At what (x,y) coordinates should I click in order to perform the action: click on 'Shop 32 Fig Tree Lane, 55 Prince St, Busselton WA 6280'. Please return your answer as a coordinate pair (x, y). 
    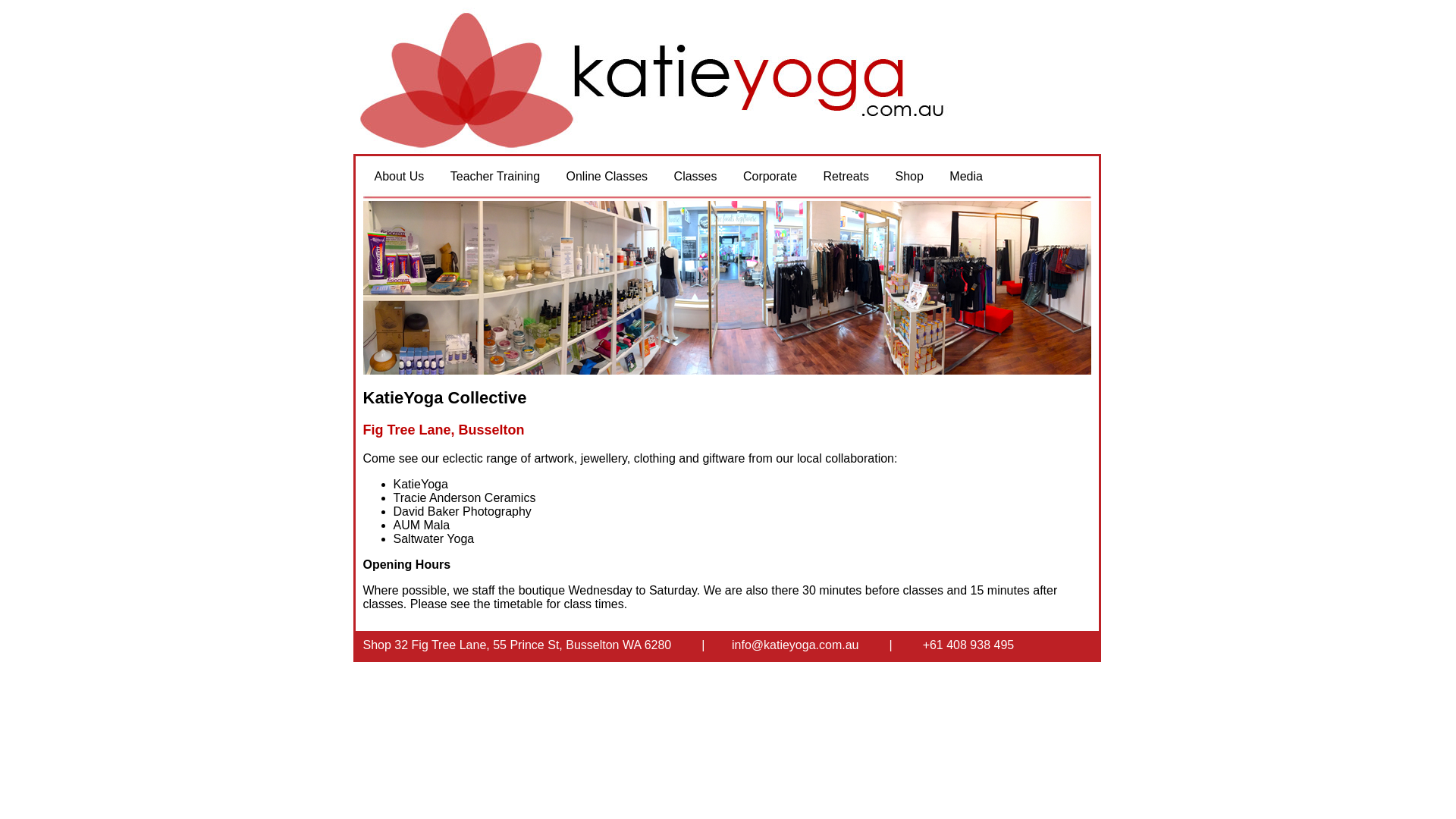
    Looking at the image, I should click on (516, 645).